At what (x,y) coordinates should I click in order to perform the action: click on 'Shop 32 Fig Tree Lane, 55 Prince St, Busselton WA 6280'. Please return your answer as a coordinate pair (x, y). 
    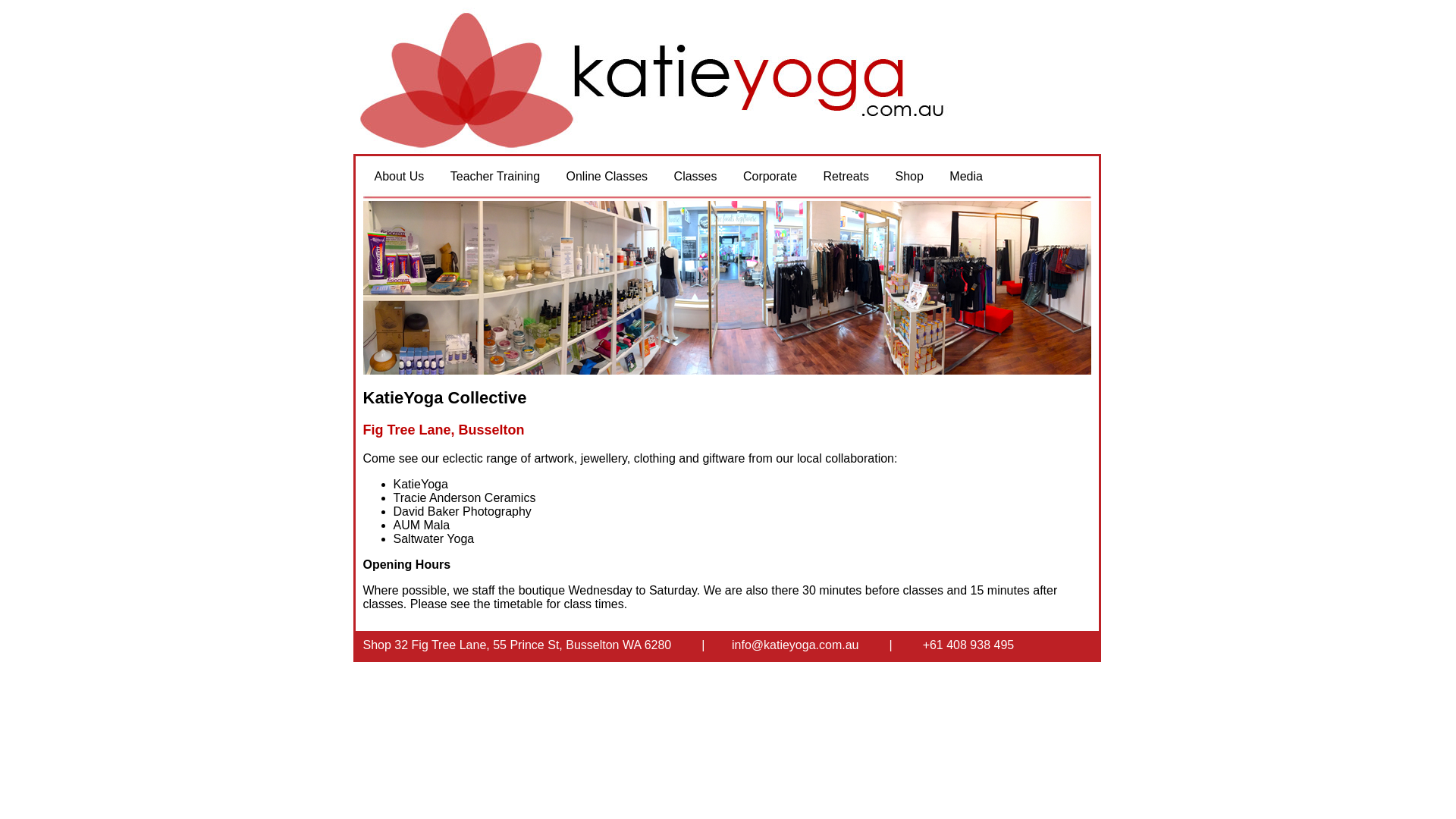
    Looking at the image, I should click on (516, 645).